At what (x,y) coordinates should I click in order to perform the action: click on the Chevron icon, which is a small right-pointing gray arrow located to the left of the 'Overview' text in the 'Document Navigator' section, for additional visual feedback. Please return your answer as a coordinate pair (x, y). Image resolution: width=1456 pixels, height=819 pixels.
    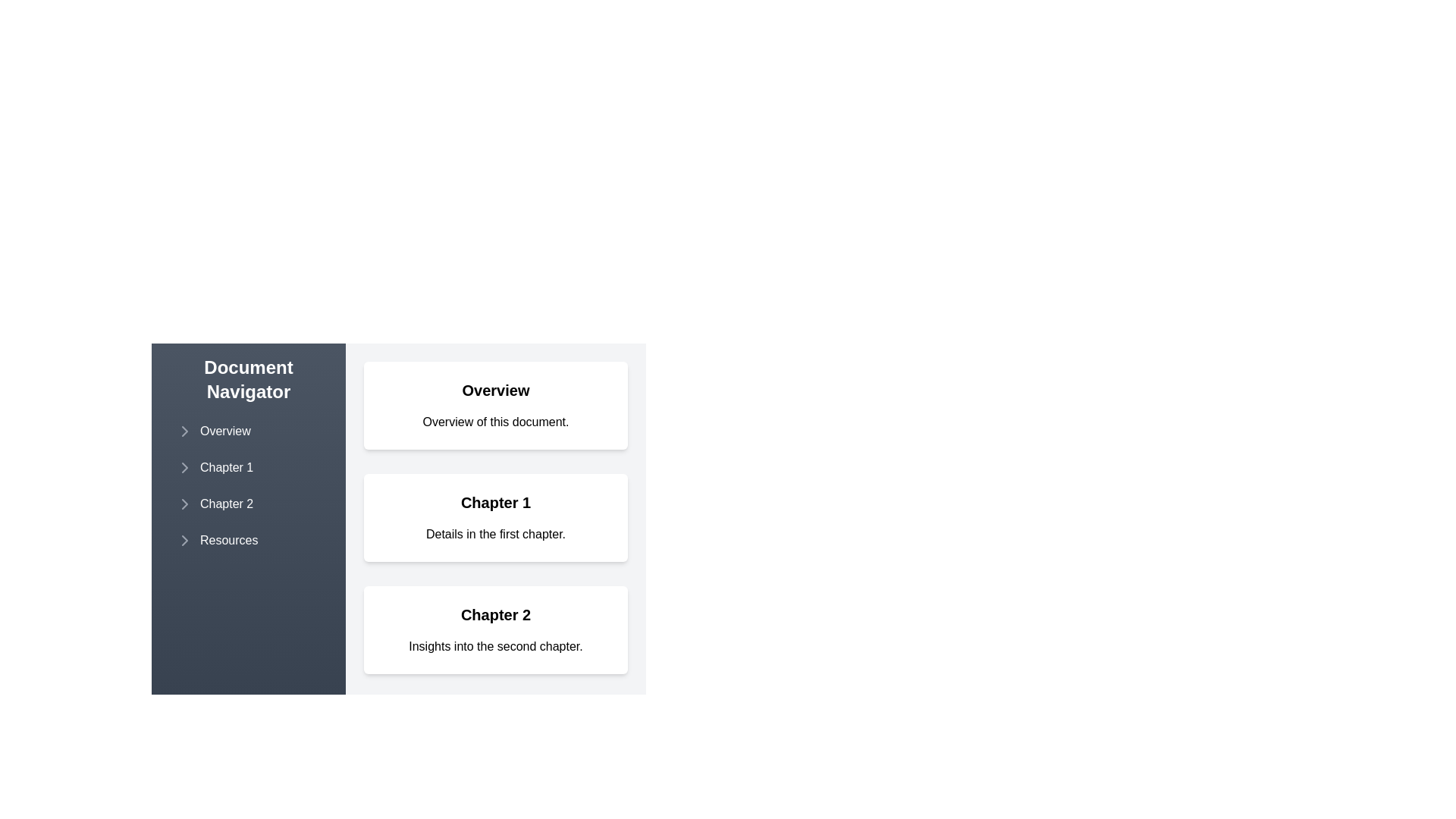
    Looking at the image, I should click on (184, 431).